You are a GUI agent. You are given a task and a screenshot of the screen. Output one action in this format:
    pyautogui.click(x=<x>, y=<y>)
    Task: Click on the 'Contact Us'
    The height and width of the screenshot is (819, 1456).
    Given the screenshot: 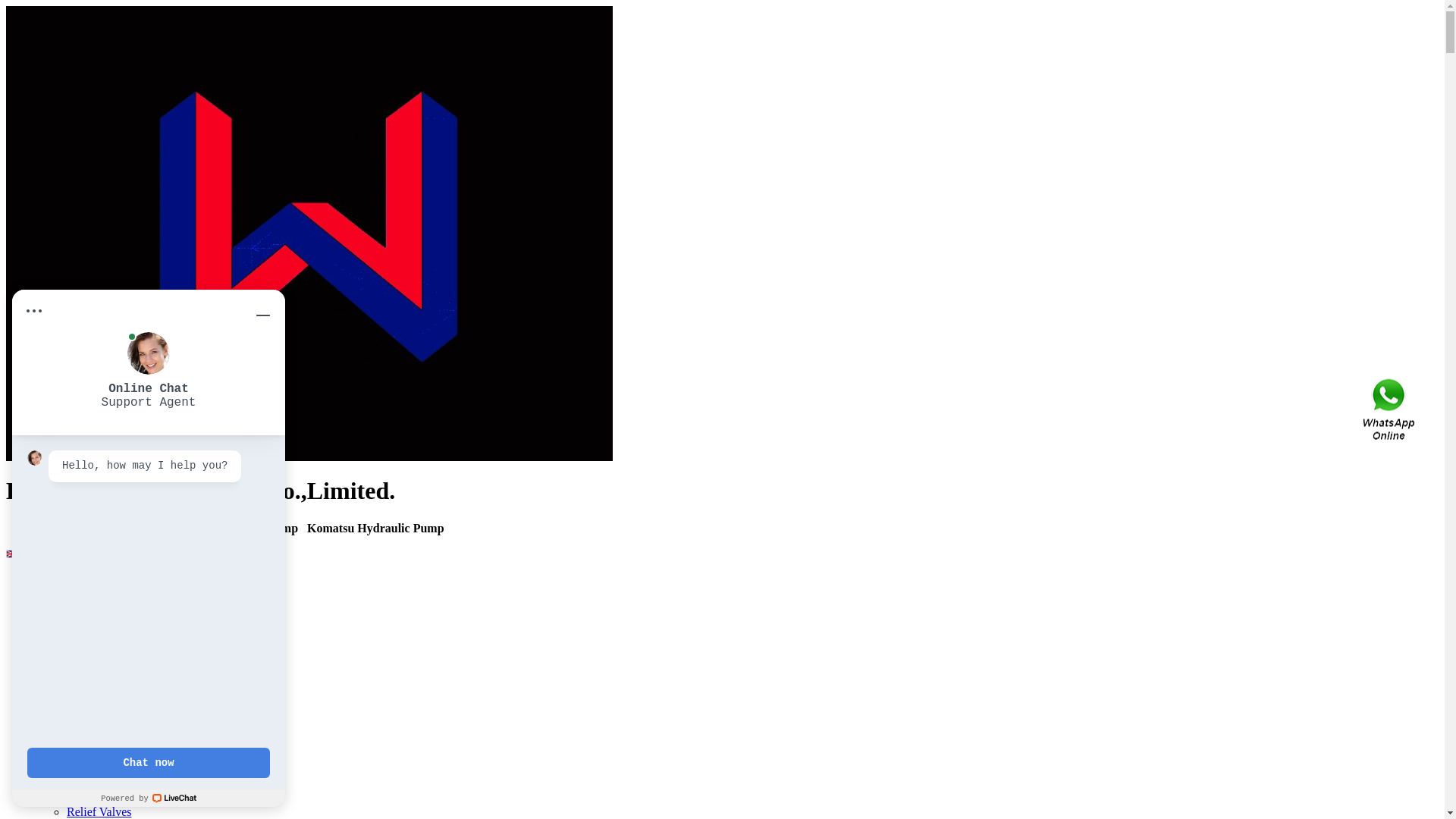 What is the action you would take?
    pyautogui.click(x=1390, y=409)
    